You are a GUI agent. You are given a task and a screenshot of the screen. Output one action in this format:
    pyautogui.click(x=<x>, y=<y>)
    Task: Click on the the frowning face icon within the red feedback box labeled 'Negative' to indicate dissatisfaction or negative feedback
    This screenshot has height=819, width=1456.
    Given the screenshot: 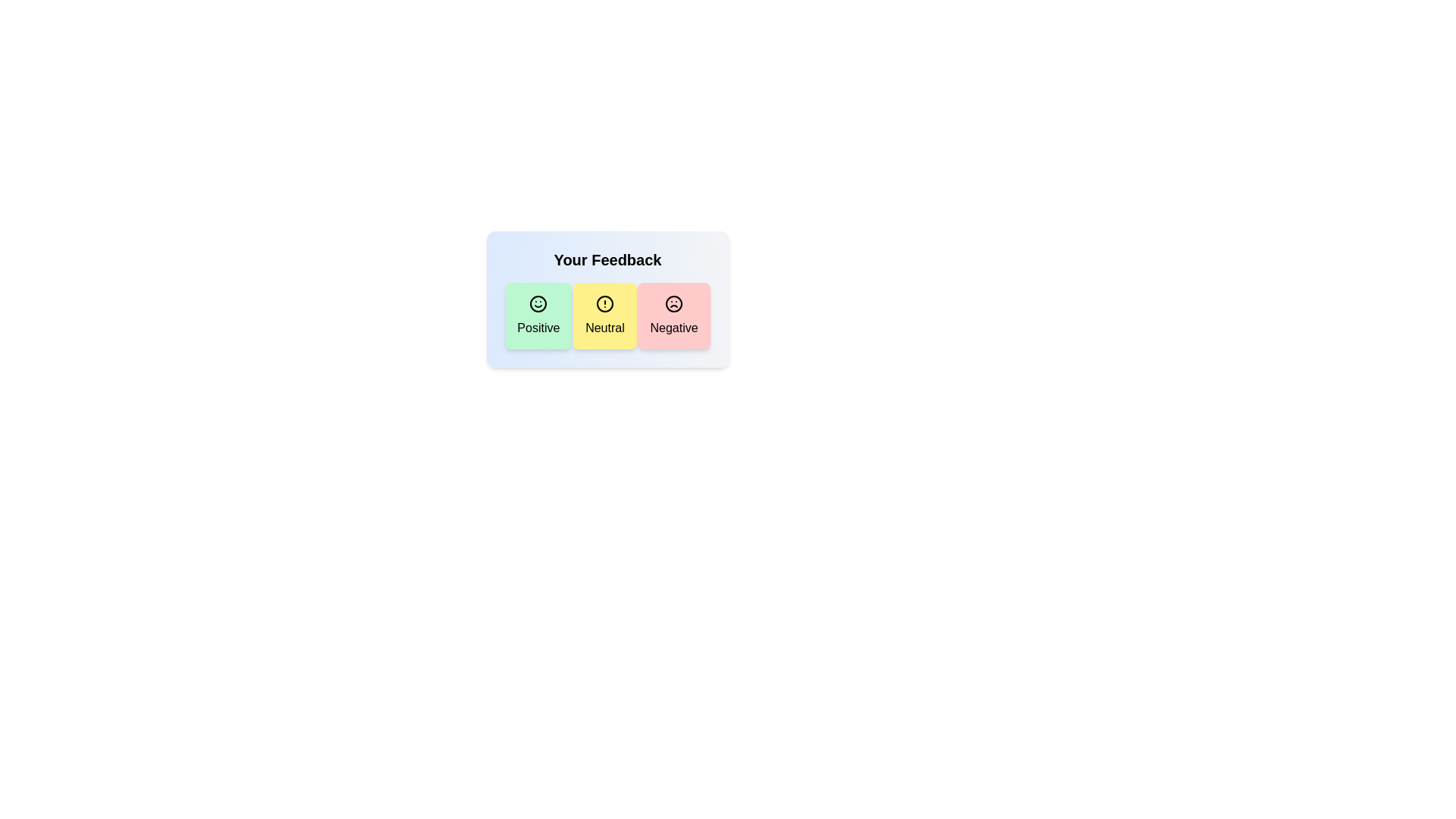 What is the action you would take?
    pyautogui.click(x=673, y=304)
    